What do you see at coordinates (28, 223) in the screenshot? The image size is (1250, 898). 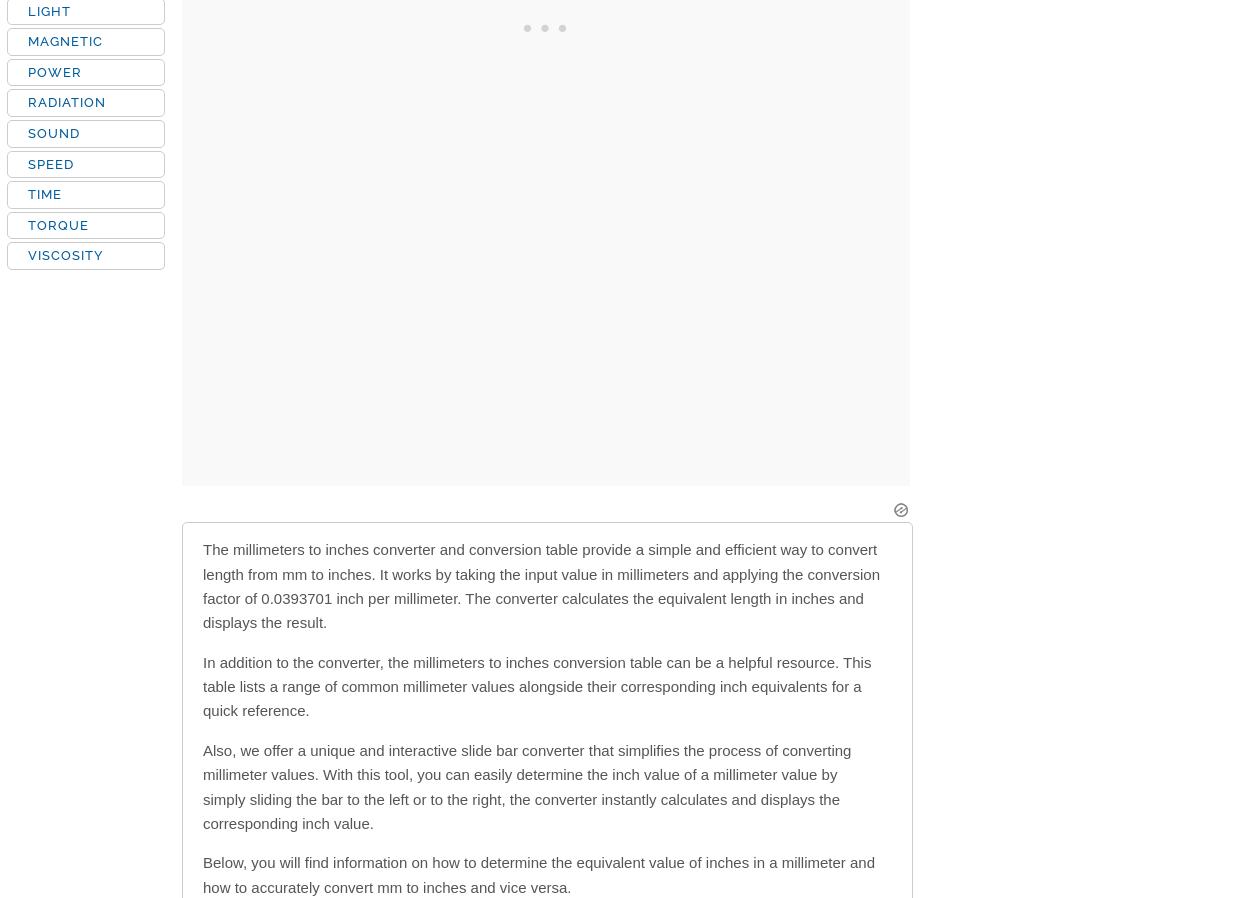 I see `'TORQUE'` at bounding box center [28, 223].